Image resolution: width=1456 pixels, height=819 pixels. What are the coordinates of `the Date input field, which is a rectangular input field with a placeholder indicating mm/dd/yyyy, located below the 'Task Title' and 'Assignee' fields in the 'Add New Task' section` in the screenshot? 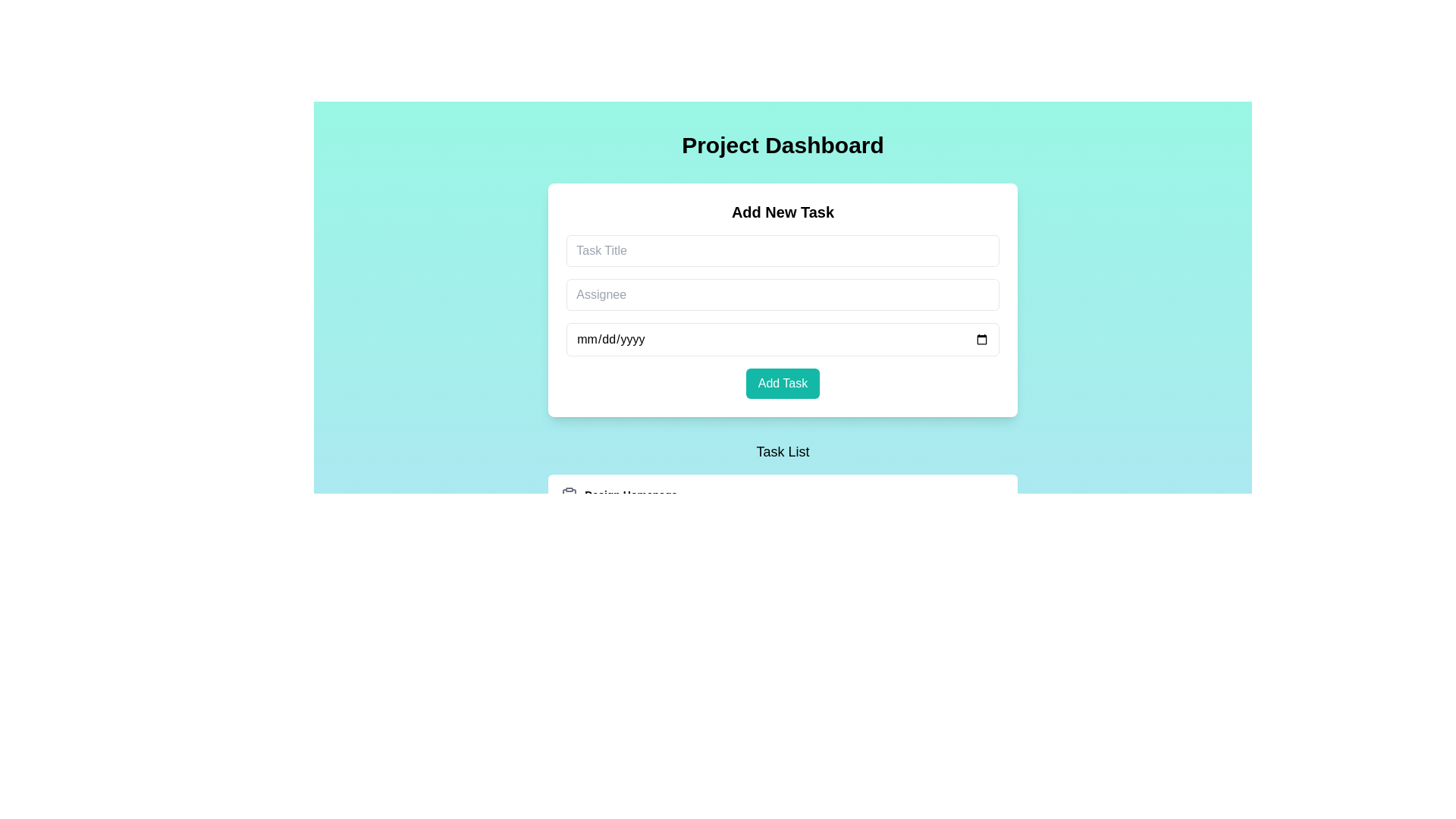 It's located at (783, 338).